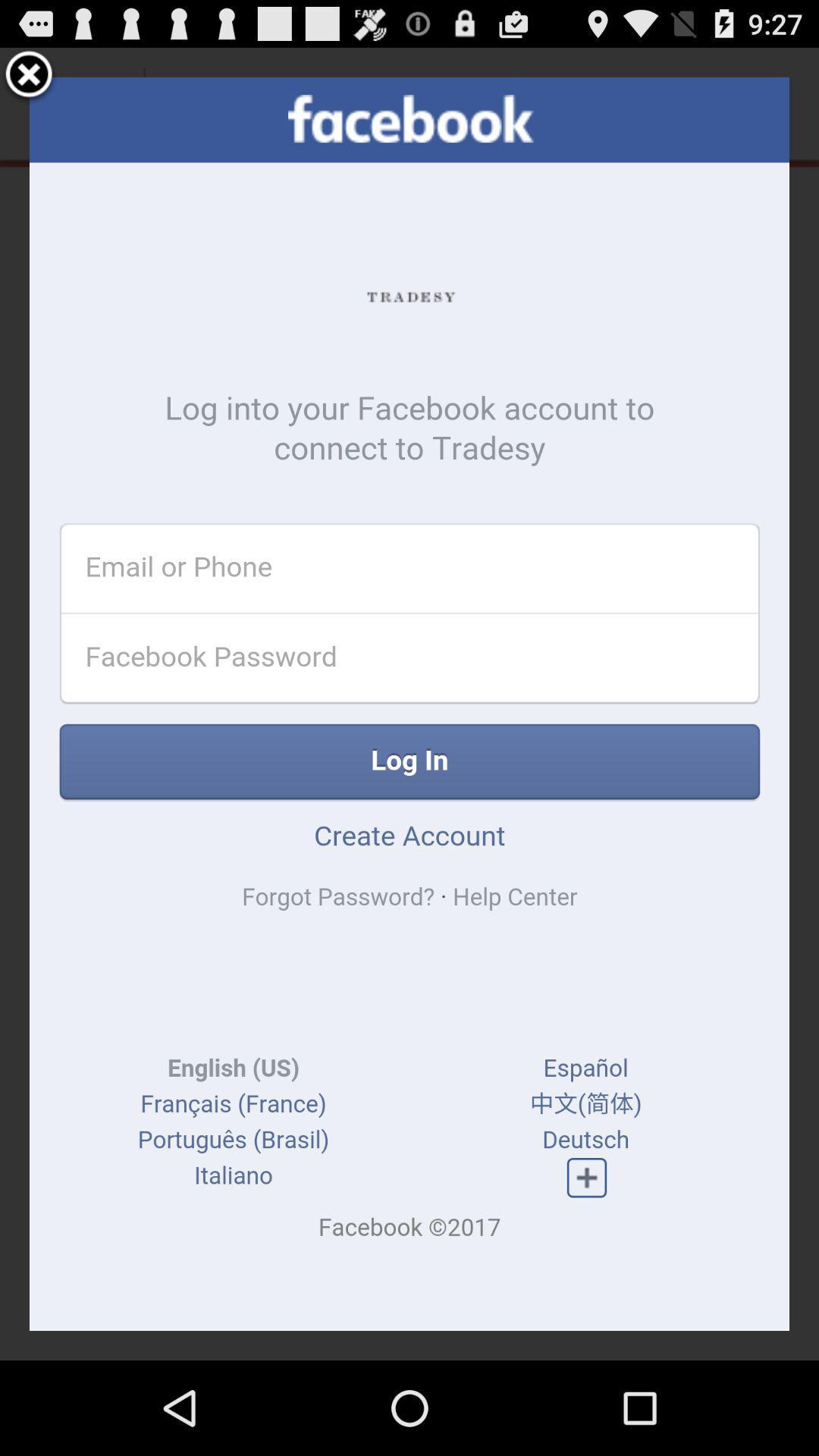  What do you see at coordinates (29, 76) in the screenshot?
I see `the button is used to close the page` at bounding box center [29, 76].